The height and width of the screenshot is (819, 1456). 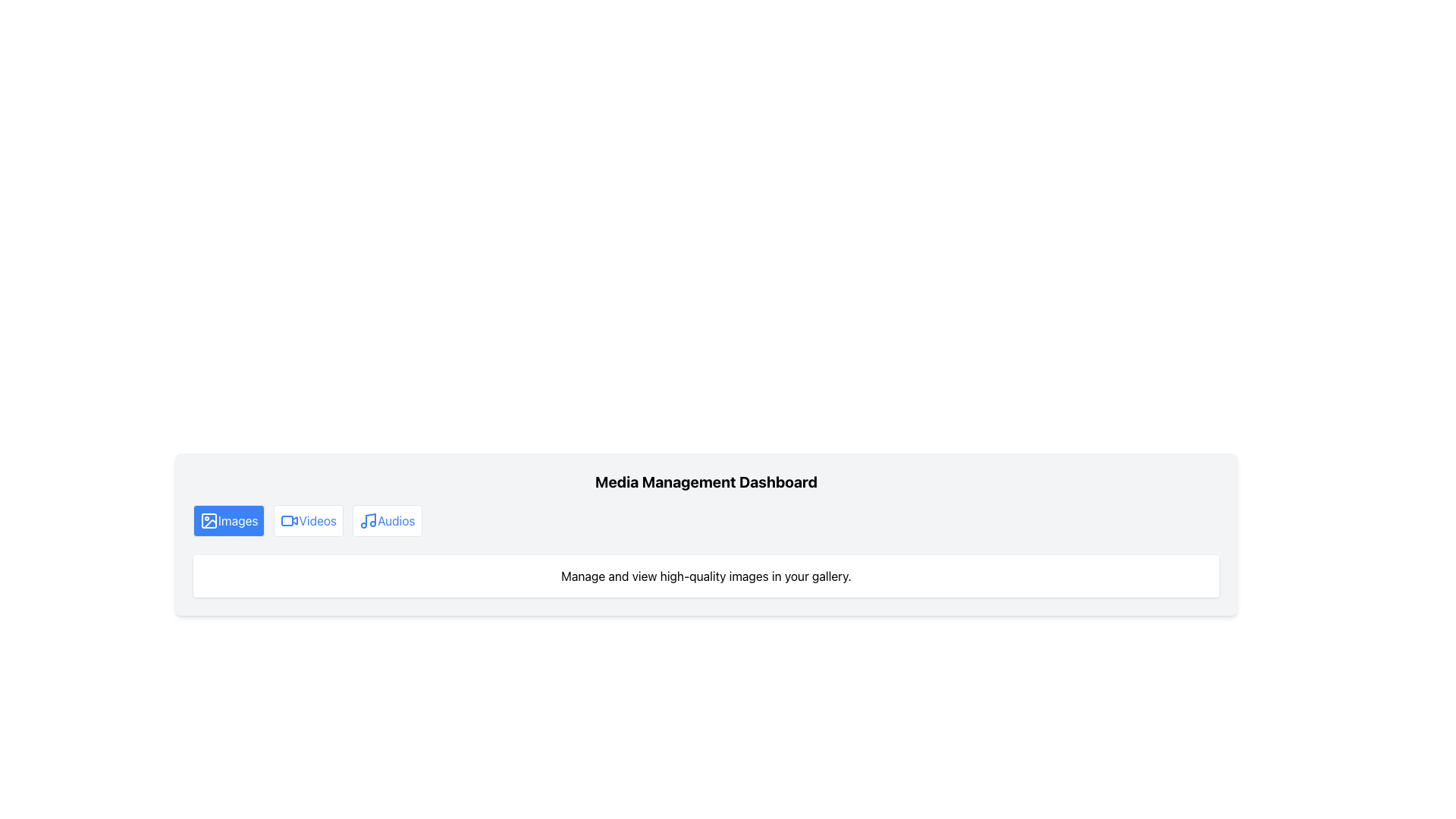 What do you see at coordinates (387, 519) in the screenshot?
I see `the 'Audios' button in the navigation bar` at bounding box center [387, 519].